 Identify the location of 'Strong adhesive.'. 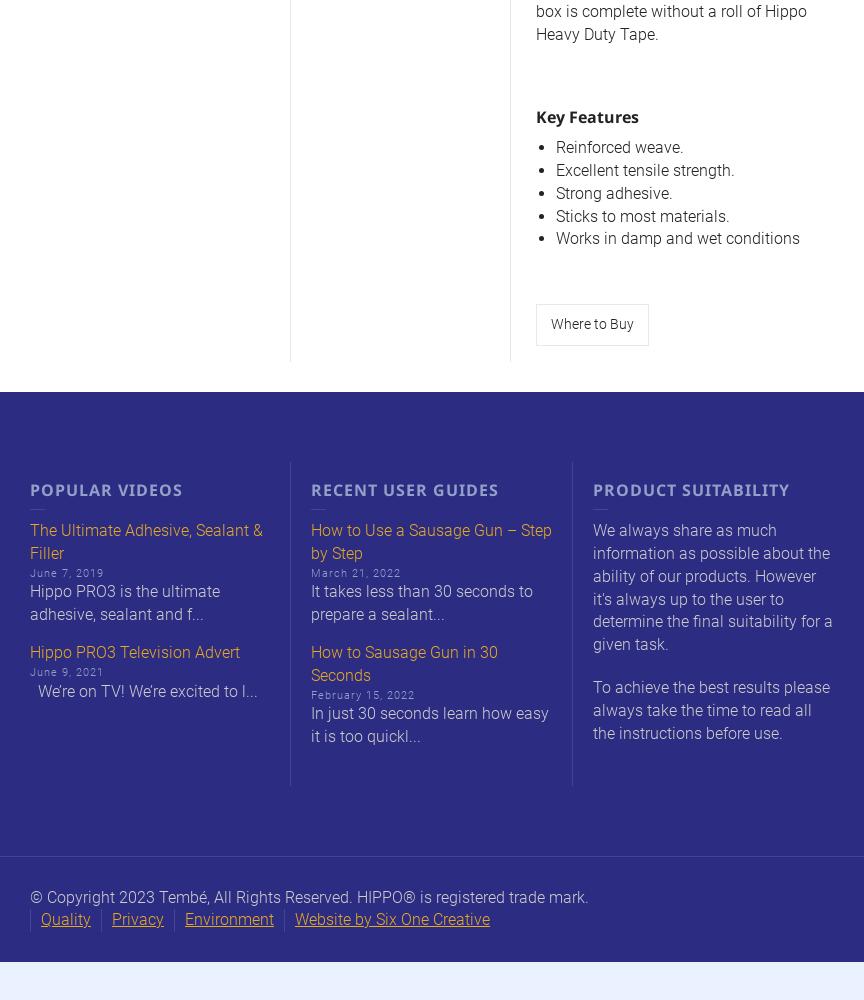
(613, 191).